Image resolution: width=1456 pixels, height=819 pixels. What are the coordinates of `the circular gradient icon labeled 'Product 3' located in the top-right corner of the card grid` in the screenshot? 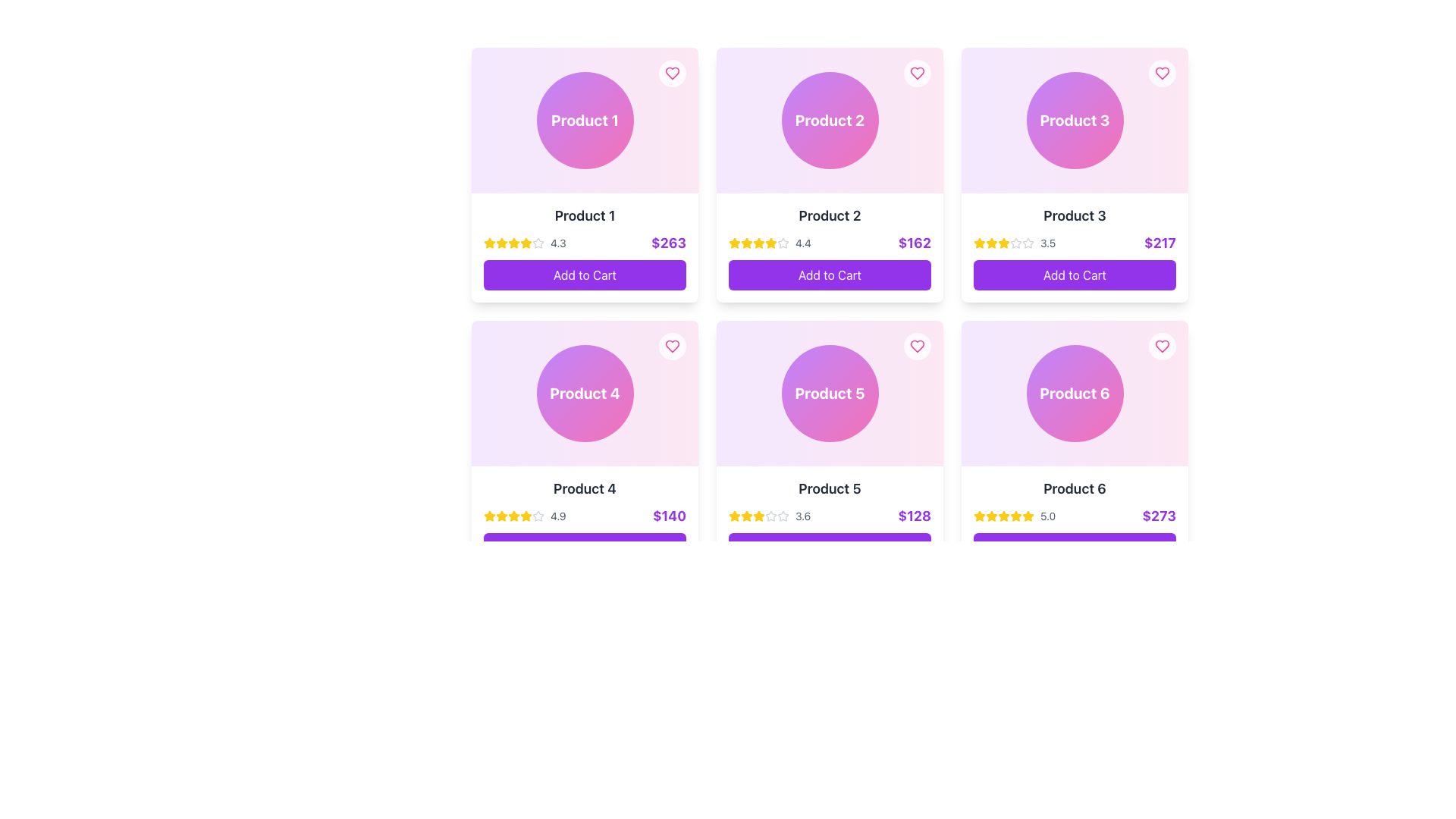 It's located at (1074, 119).